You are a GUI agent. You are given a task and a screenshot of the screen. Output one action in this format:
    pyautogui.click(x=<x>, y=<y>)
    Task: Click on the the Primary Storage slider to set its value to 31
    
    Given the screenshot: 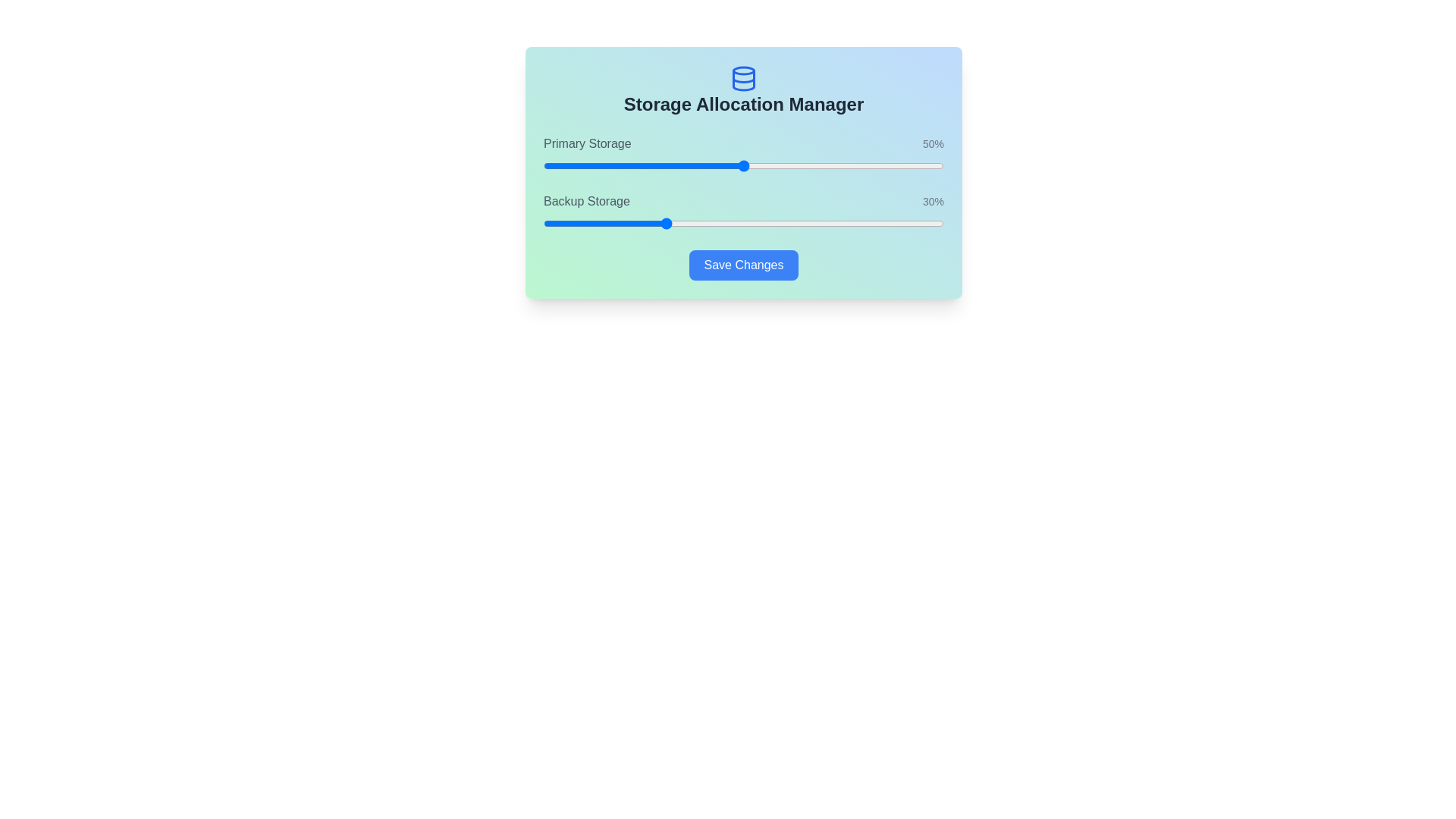 What is the action you would take?
    pyautogui.click(x=667, y=166)
    